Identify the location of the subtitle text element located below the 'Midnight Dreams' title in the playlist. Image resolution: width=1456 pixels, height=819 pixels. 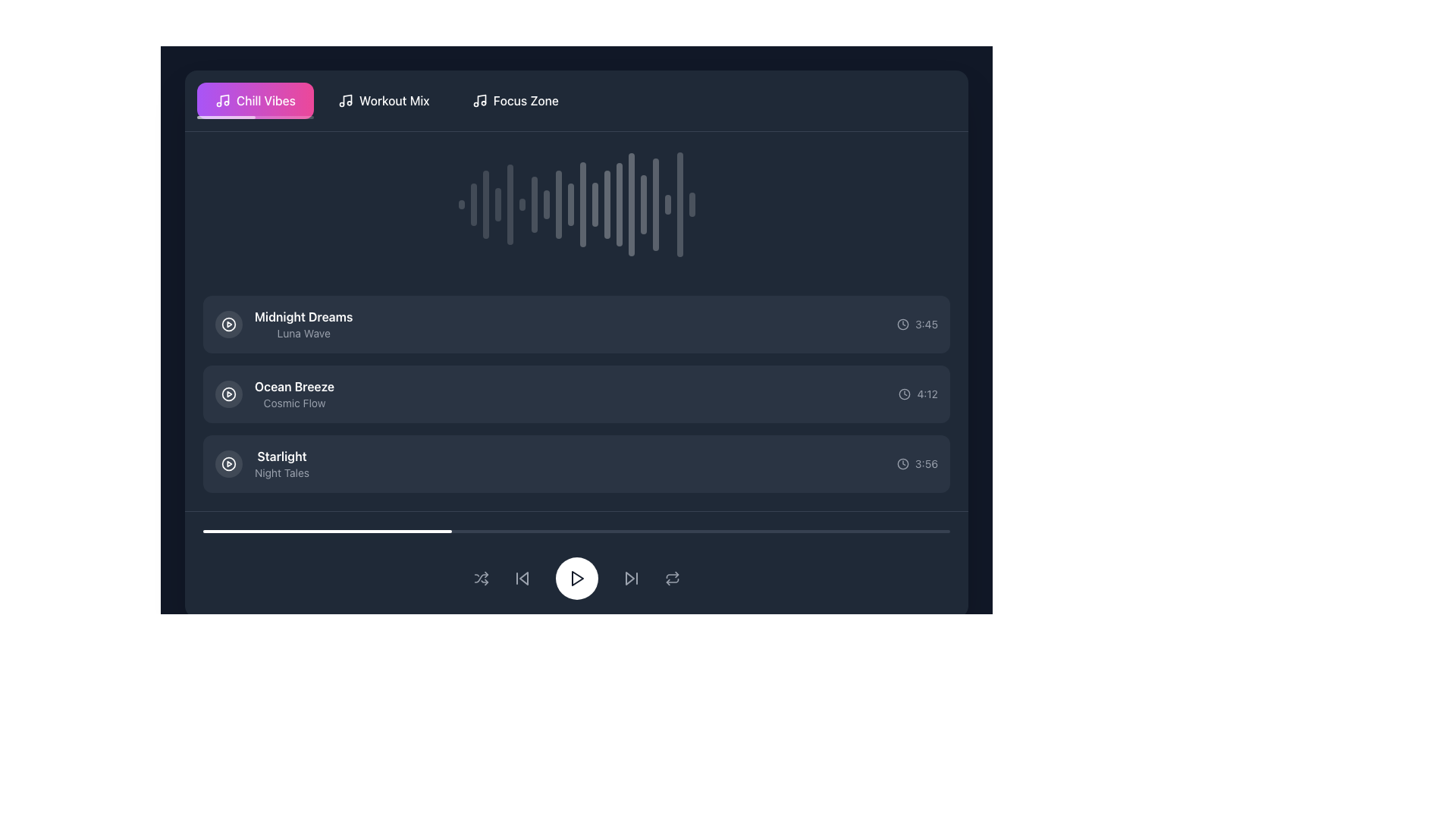
(303, 332).